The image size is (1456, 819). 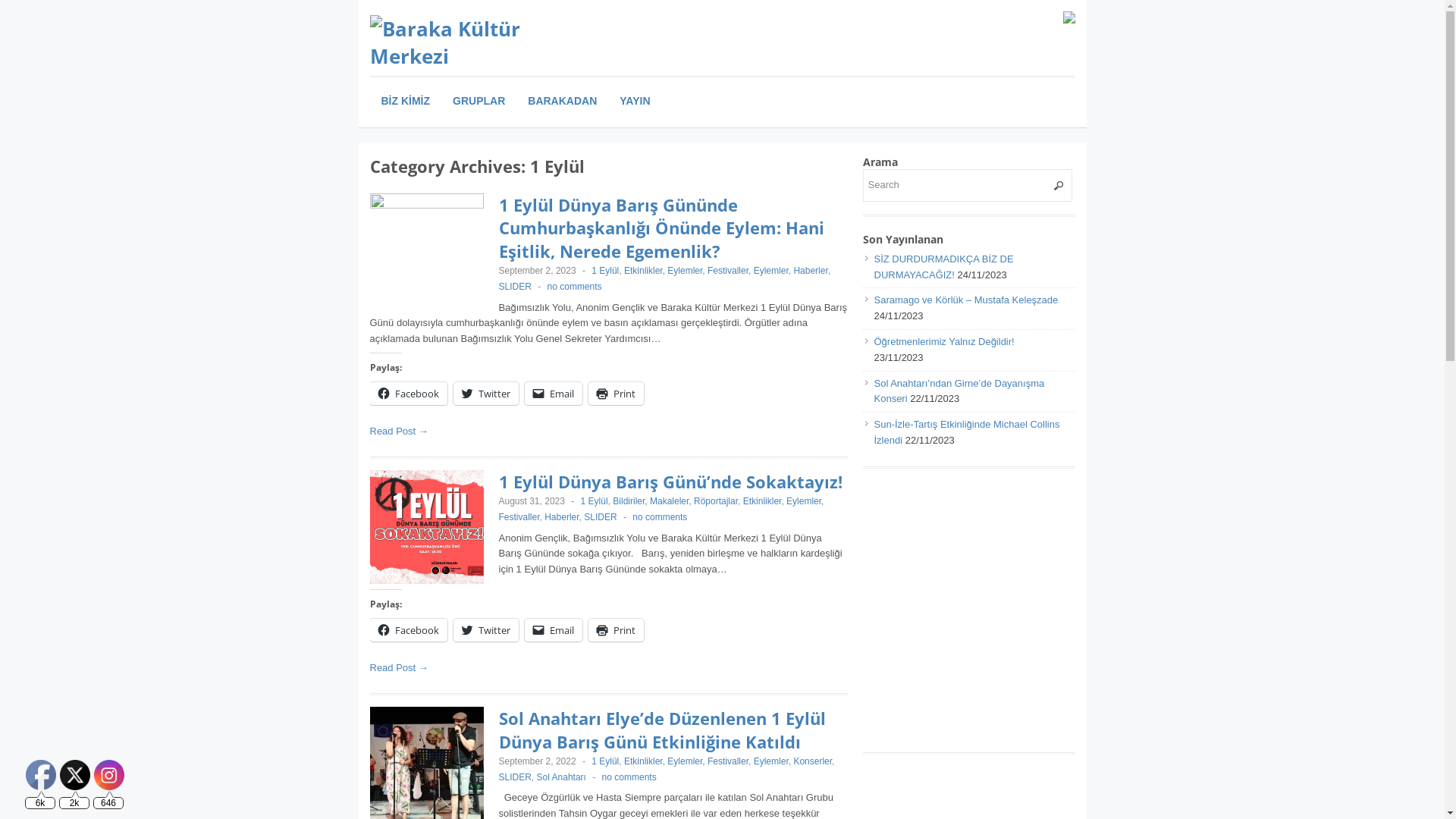 I want to click on 'Etkinlikler, Eylemler, Festivaller', so click(x=623, y=270).